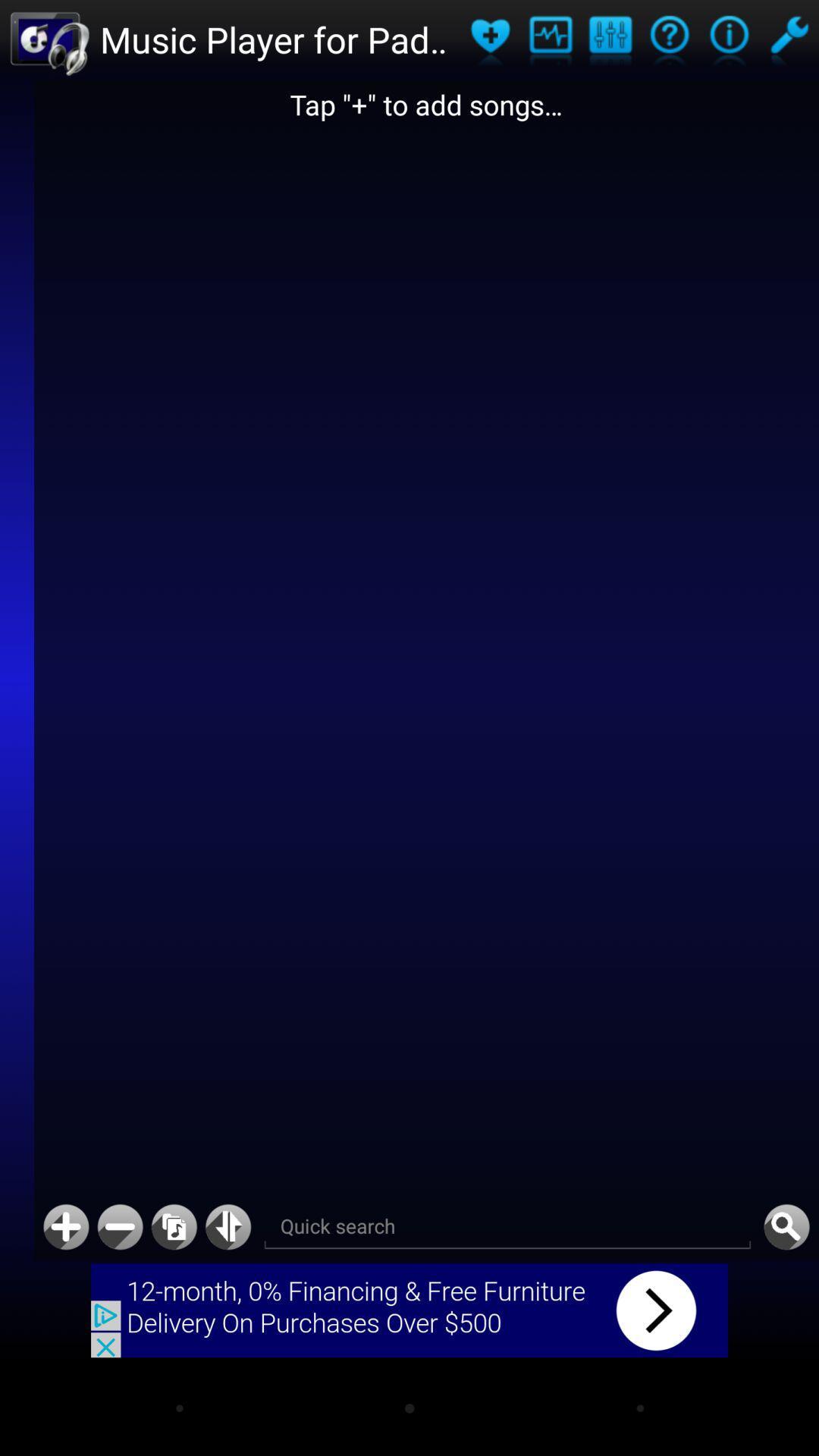 This screenshot has width=819, height=1456. What do you see at coordinates (409, 1310) in the screenshot?
I see `advertisement click` at bounding box center [409, 1310].